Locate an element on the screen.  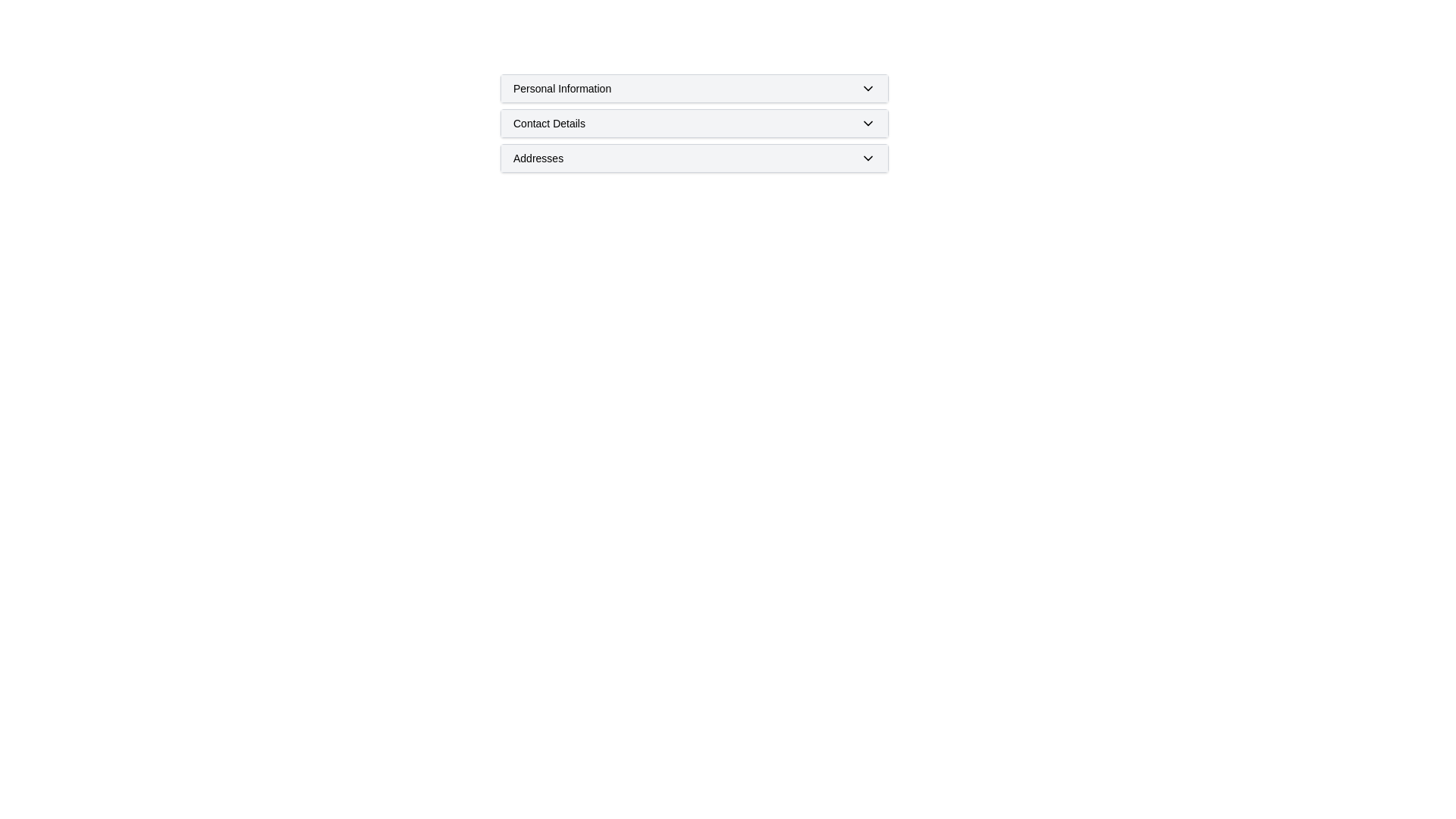
the chevron down button located at the rightmost end of the 'Contact Details' panel for interactive feedback is located at coordinates (868, 122).